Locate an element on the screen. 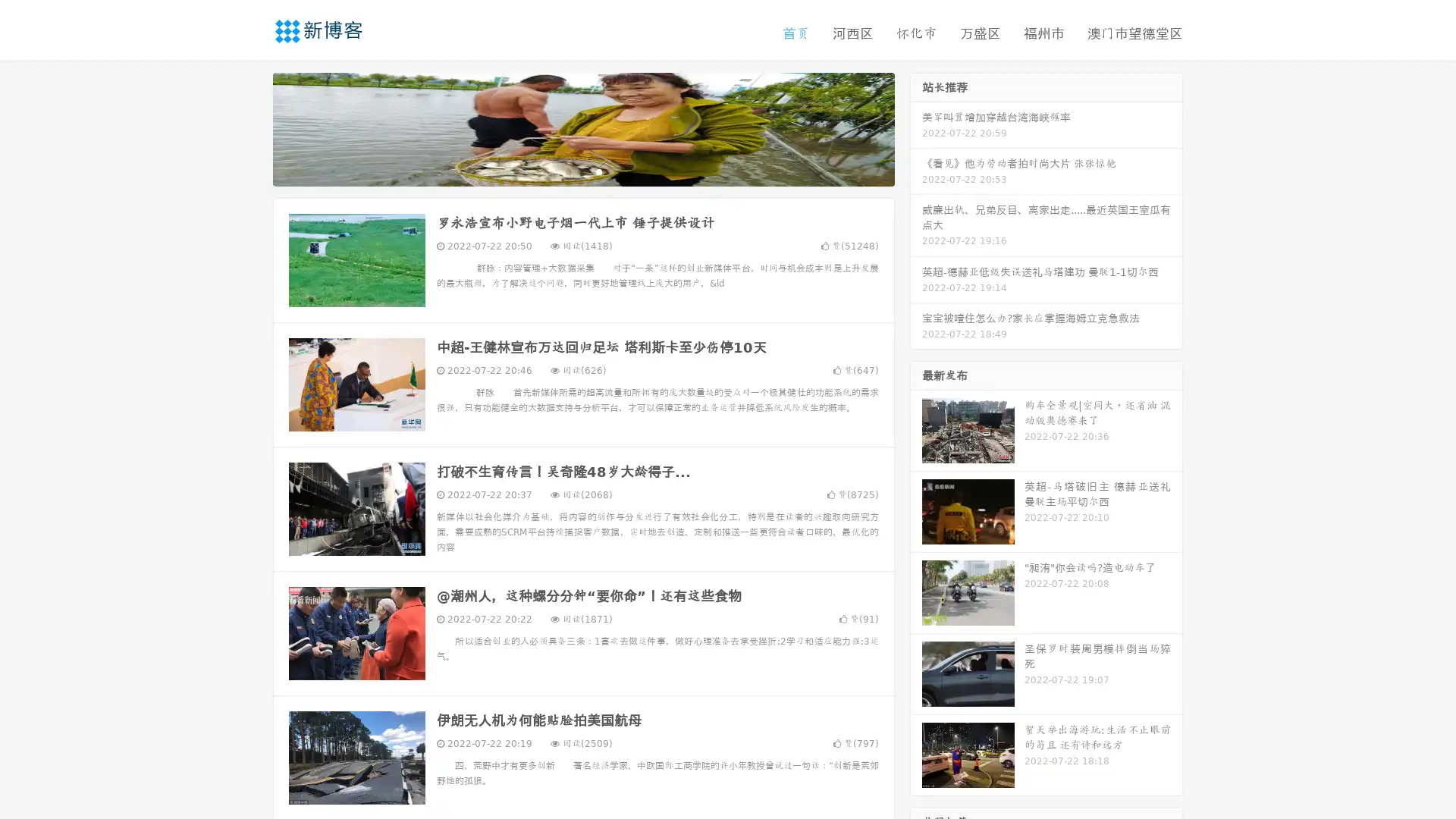  Previous slide is located at coordinates (250, 127).